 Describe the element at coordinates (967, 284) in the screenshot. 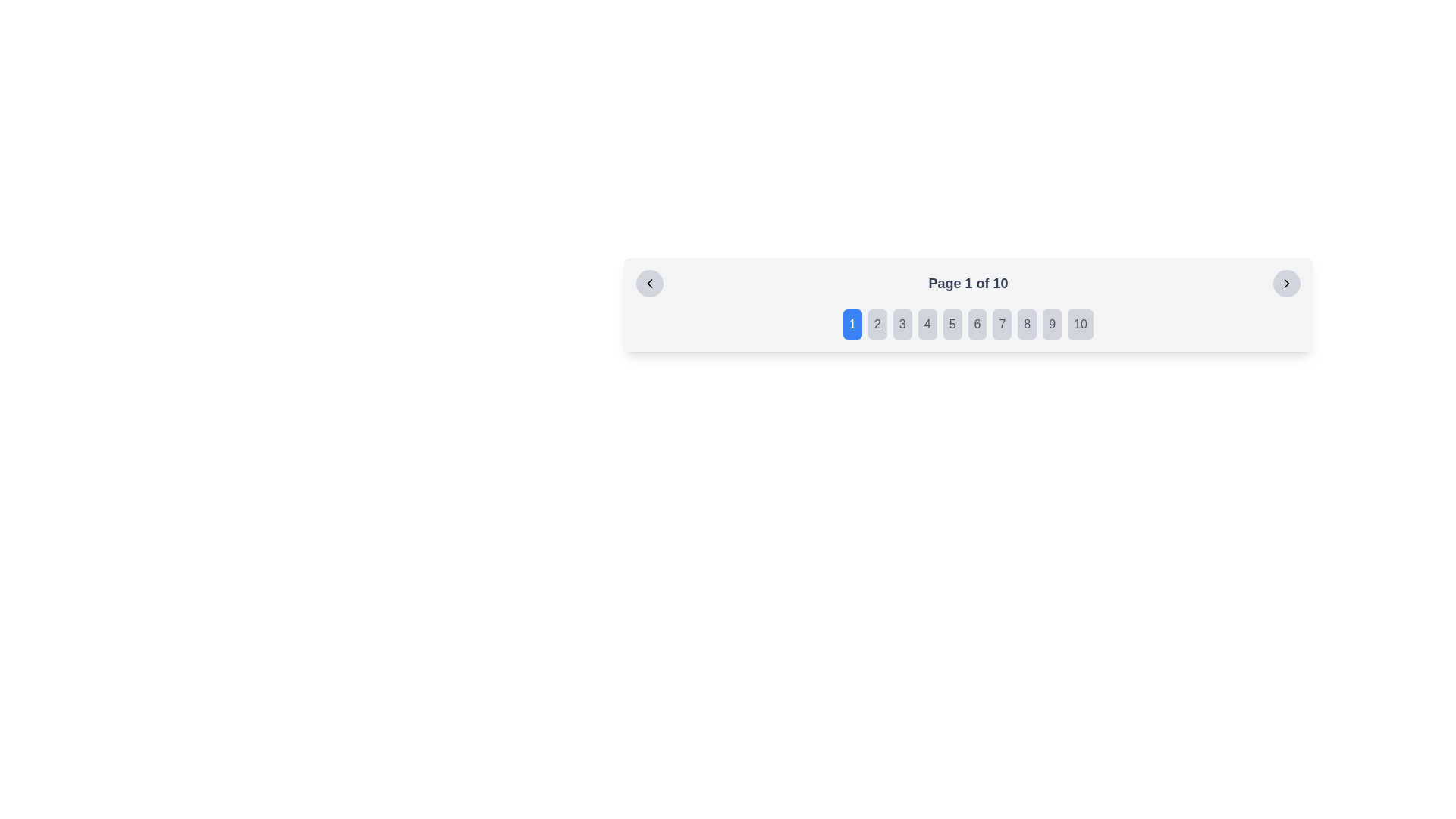

I see `the text label that provides information about the user's current page and the total number of pages available in a paginated interface, which is horizontally centered above a row of numbered page buttons` at that location.